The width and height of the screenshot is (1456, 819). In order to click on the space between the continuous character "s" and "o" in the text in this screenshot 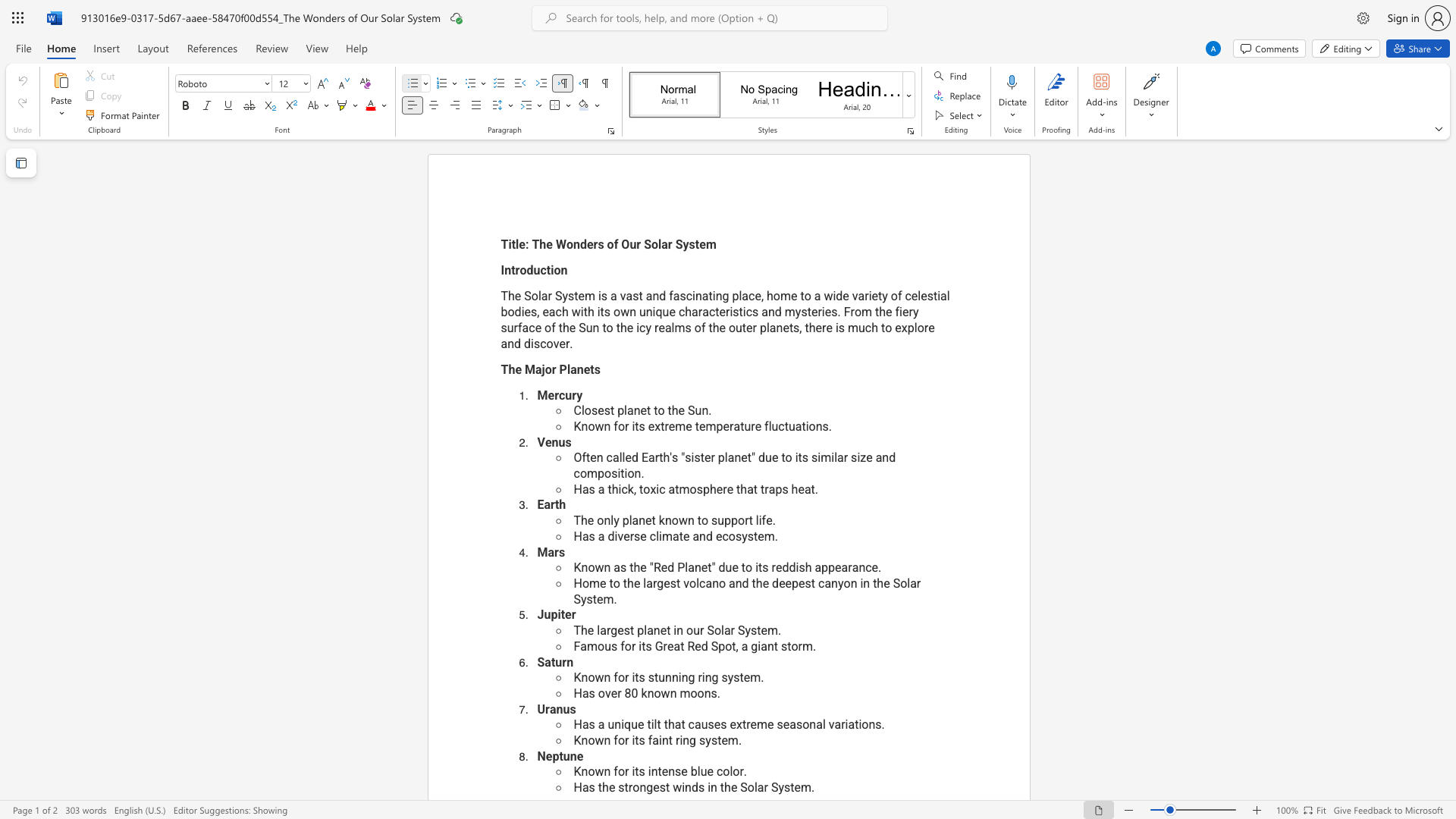, I will do `click(802, 723)`.